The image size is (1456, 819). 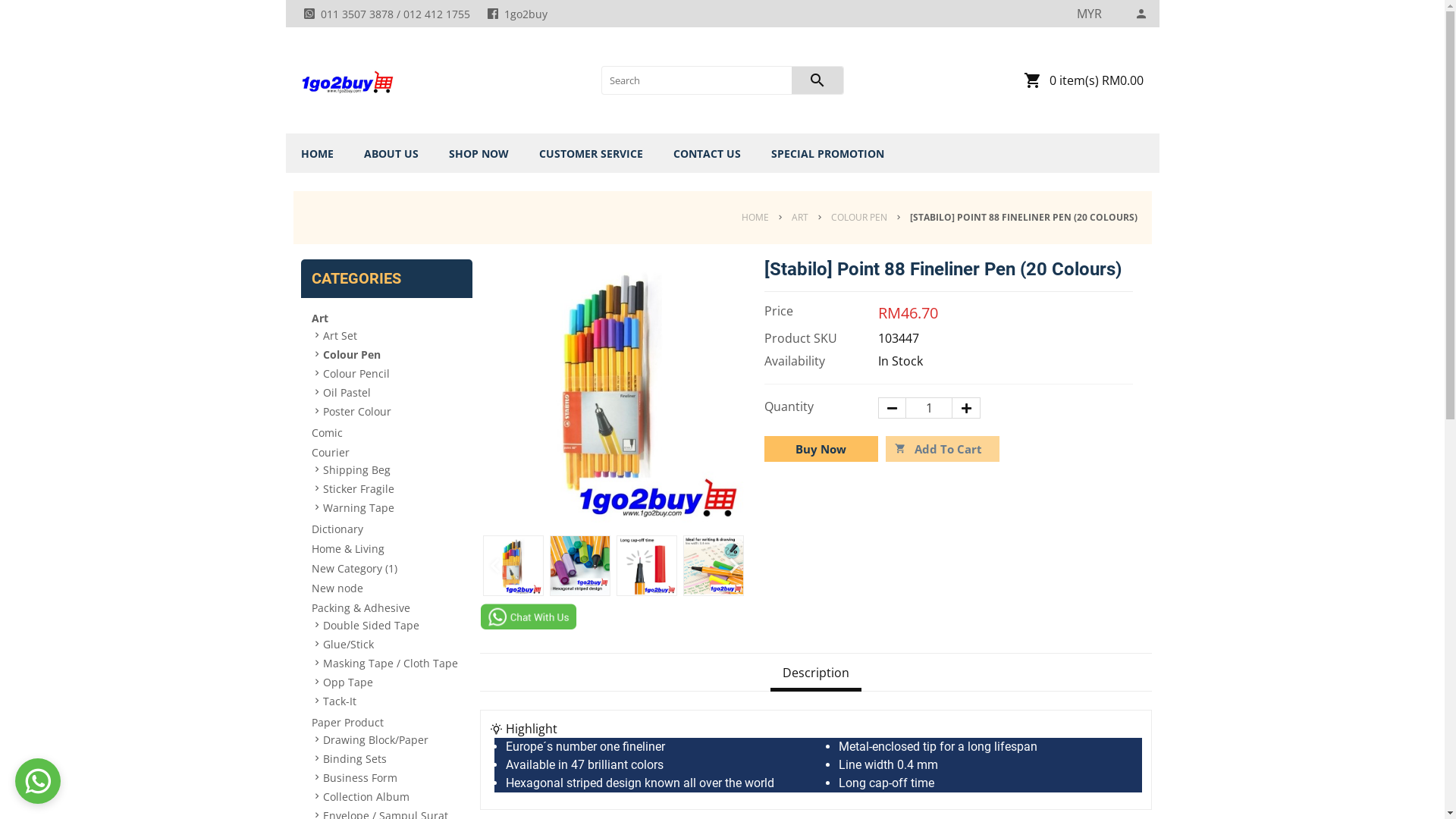 I want to click on 'Buy Now', so click(x=821, y=447).